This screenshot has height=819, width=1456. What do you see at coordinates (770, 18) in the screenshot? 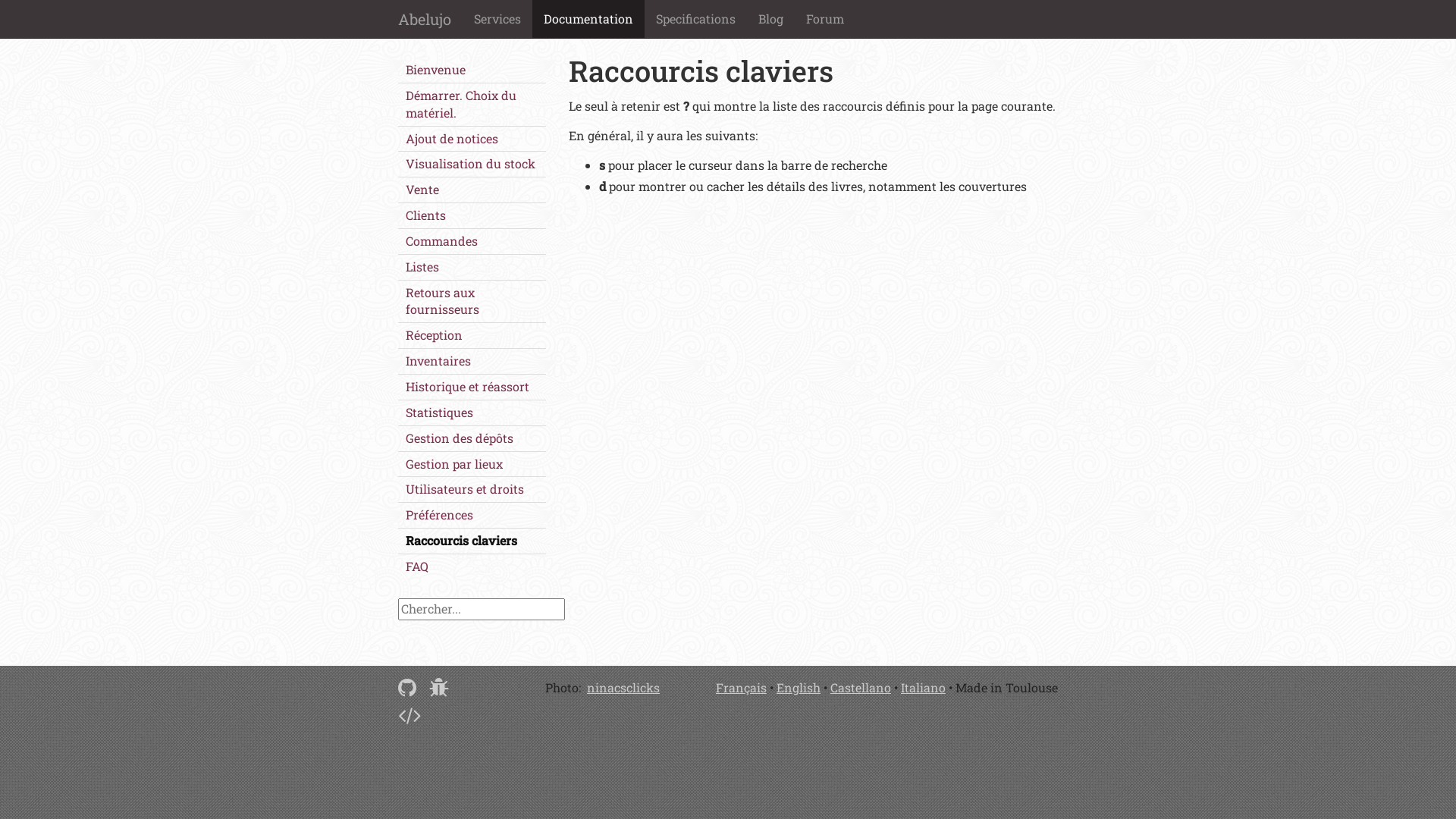
I see `'Blog'` at bounding box center [770, 18].